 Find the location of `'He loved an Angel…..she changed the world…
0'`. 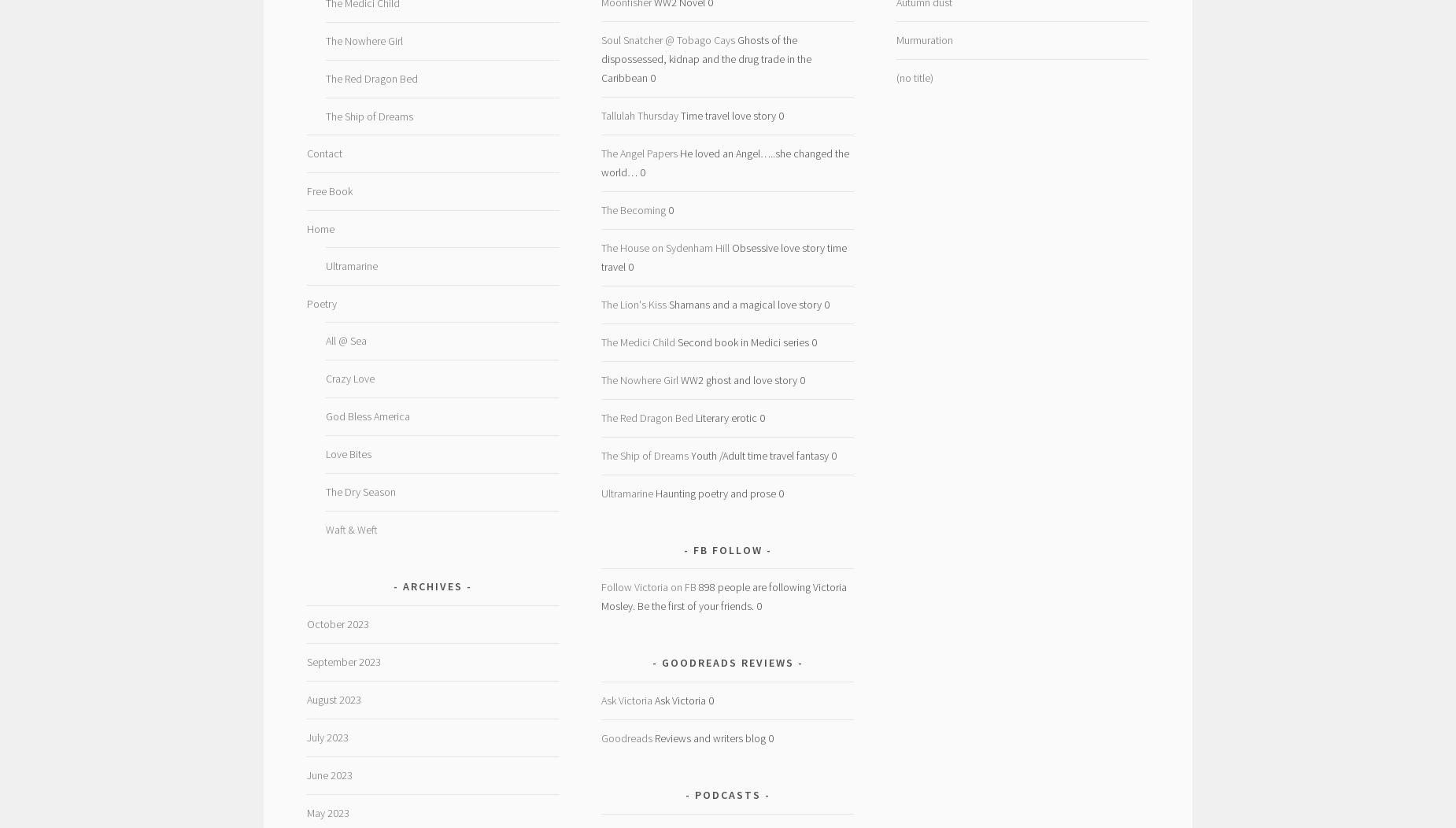

'He loved an Angel…..she changed the world…
0' is located at coordinates (601, 161).